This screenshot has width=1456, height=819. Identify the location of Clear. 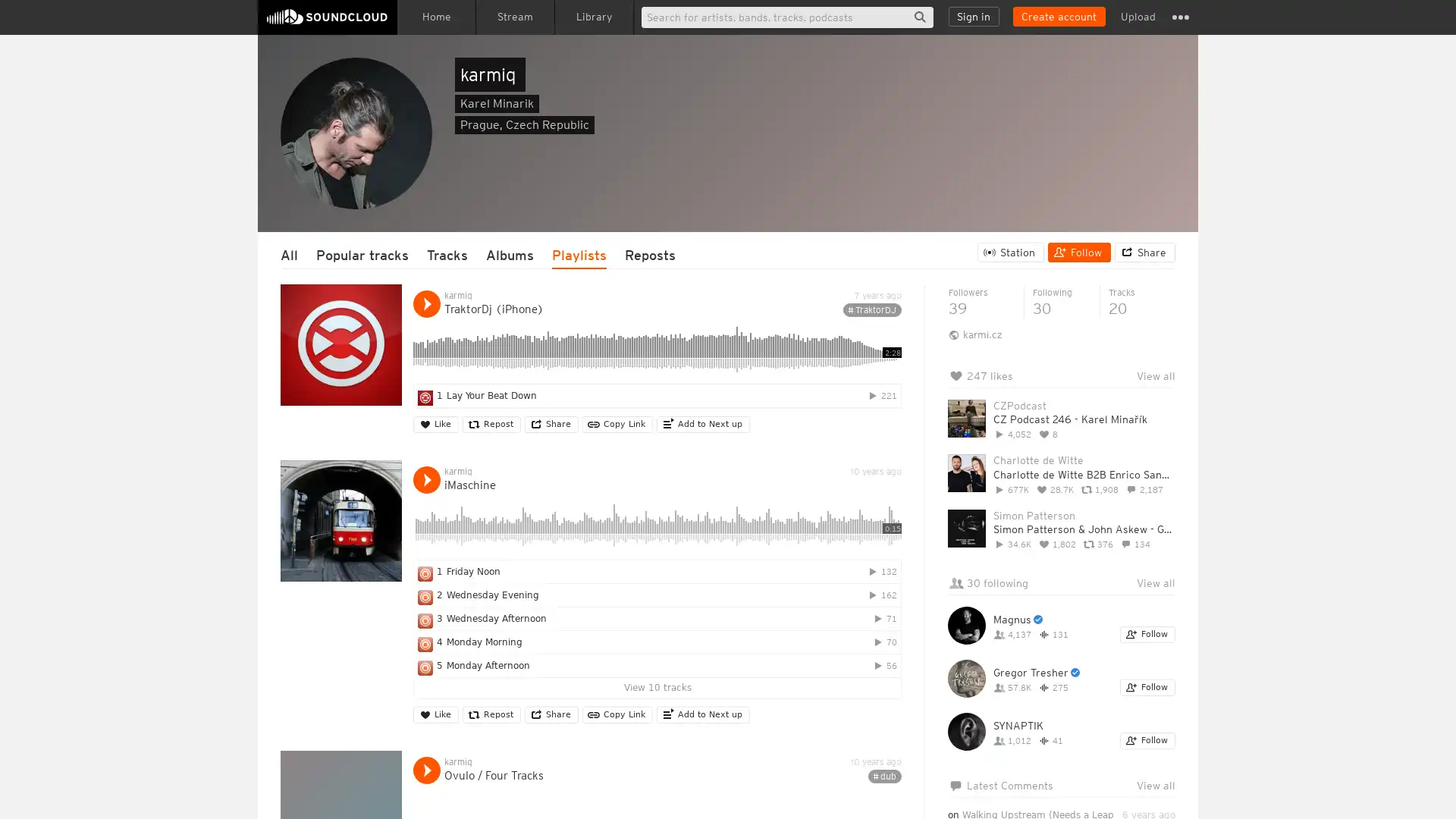
(1124, 414).